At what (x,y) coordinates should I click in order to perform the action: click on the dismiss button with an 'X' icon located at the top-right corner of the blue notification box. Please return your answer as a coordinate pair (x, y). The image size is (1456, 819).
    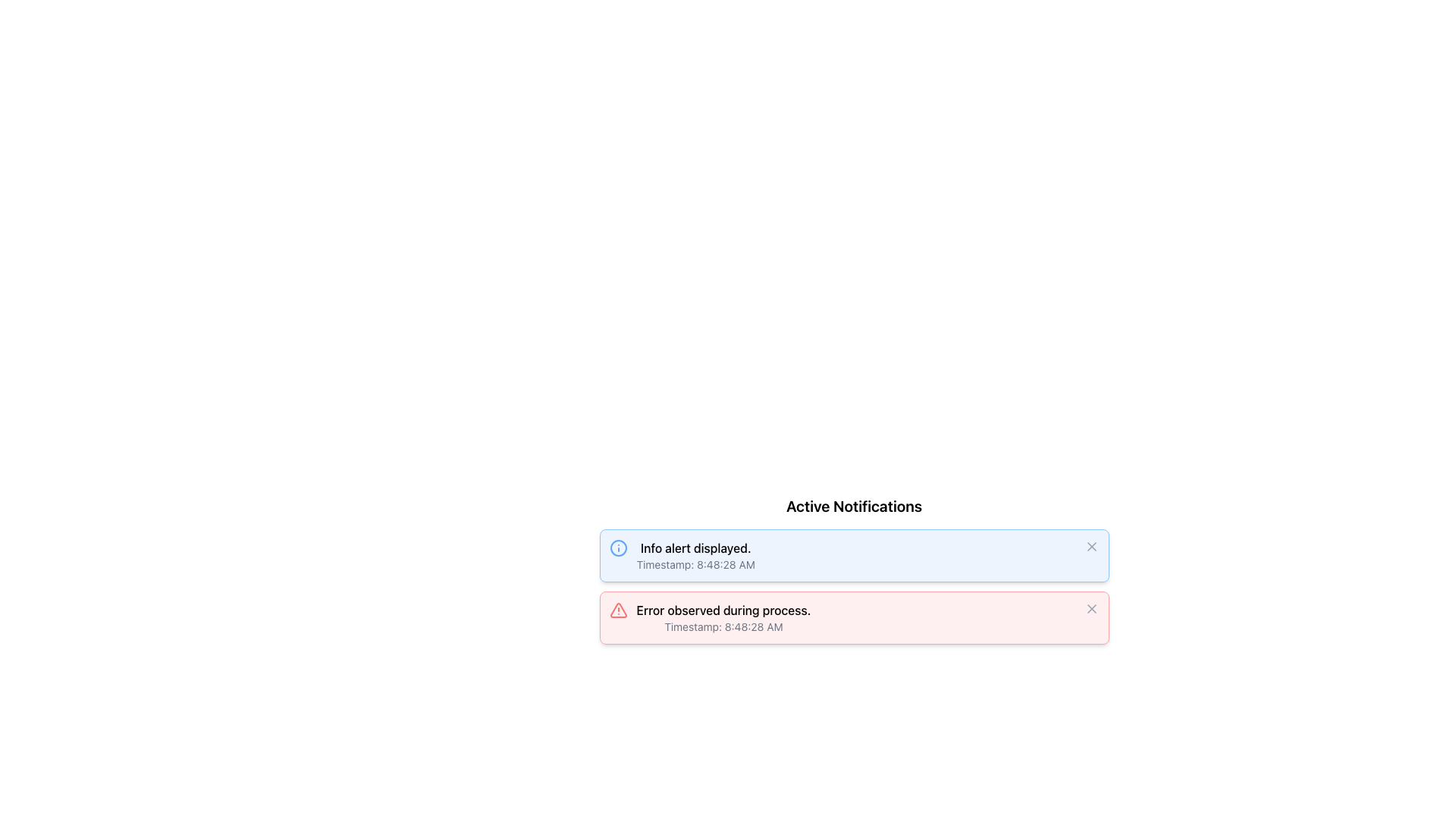
    Looking at the image, I should click on (1090, 547).